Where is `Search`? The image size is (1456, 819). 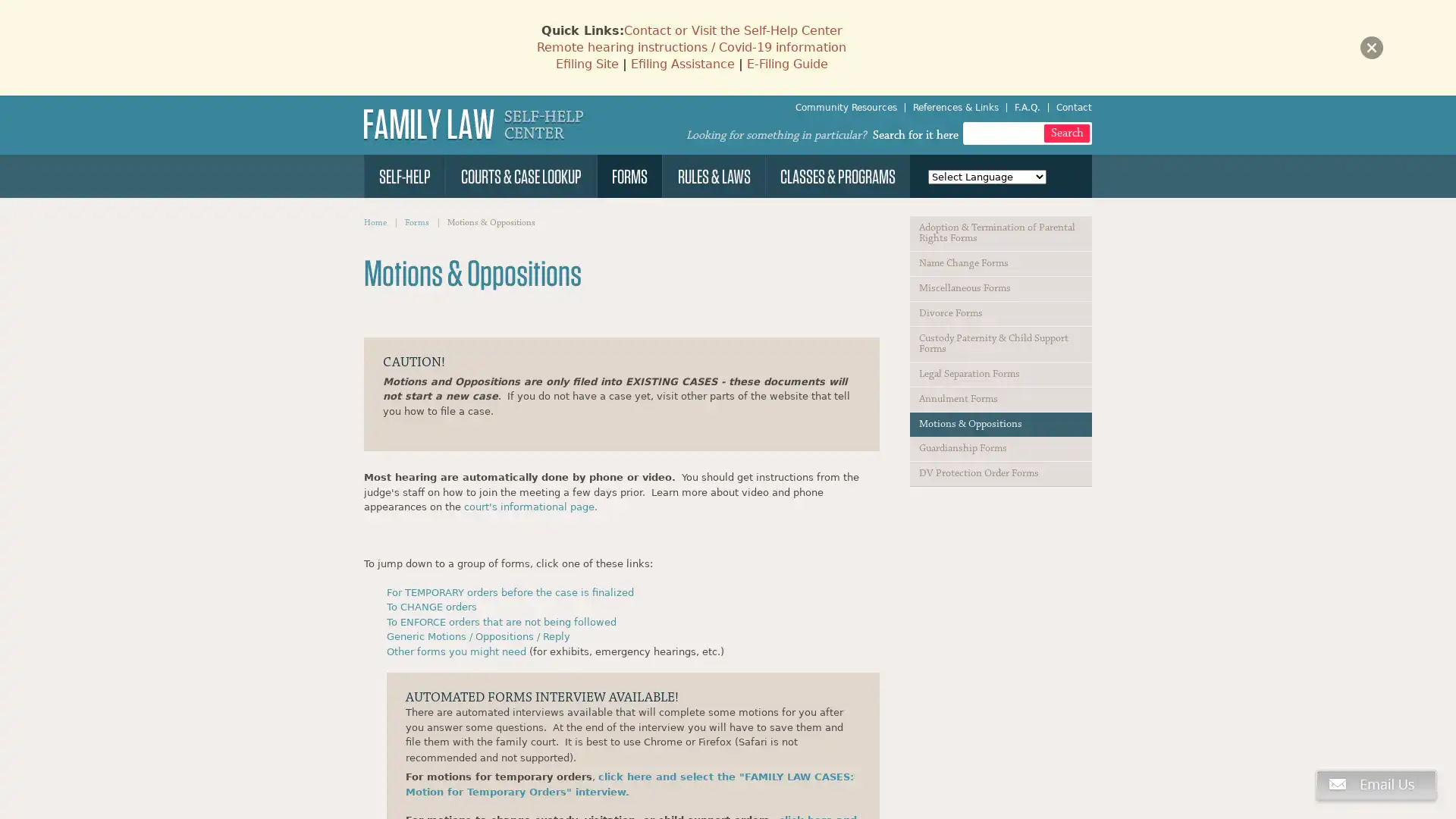
Search is located at coordinates (1065, 133).